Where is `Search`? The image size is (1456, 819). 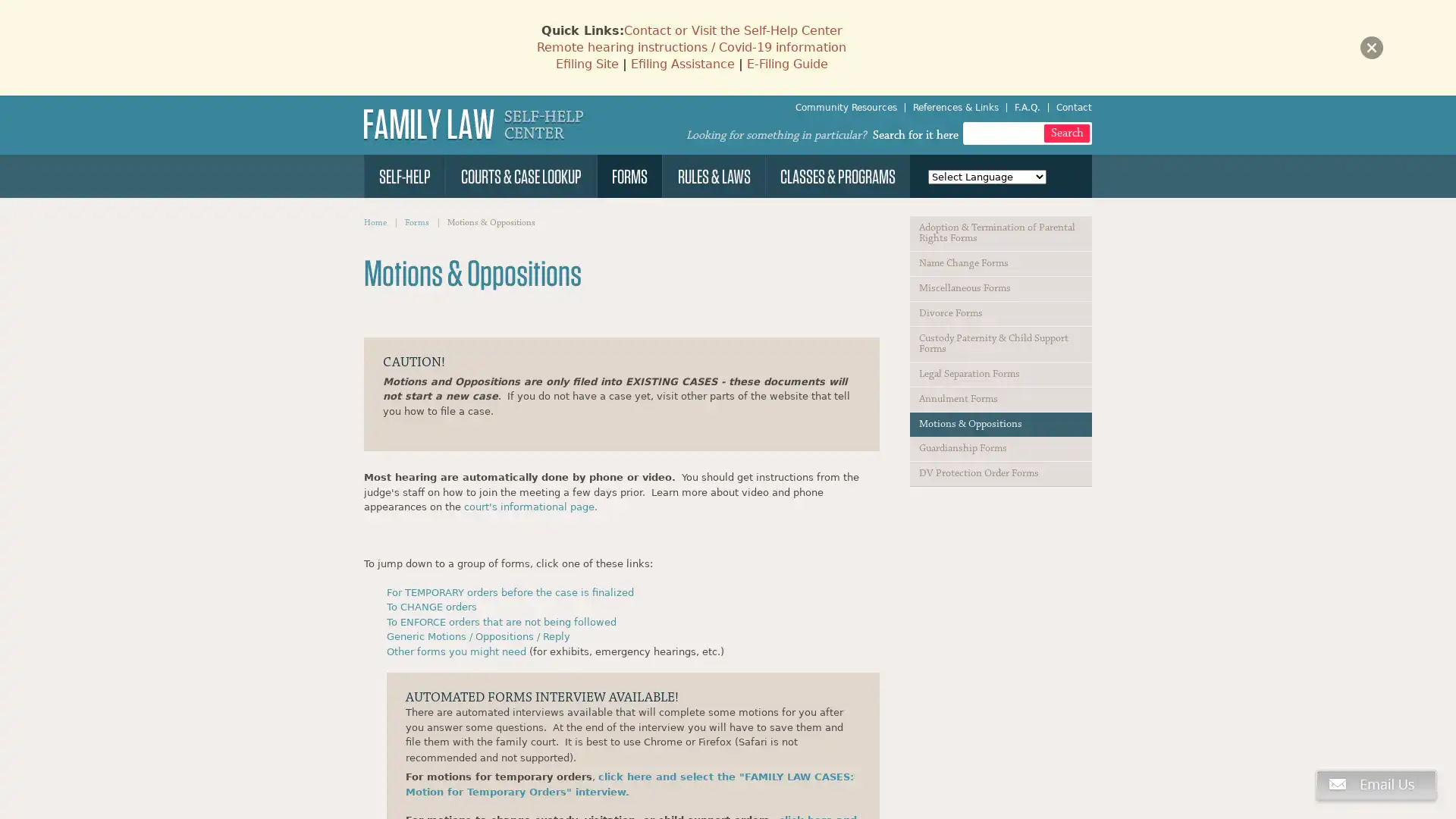
Search is located at coordinates (1065, 133).